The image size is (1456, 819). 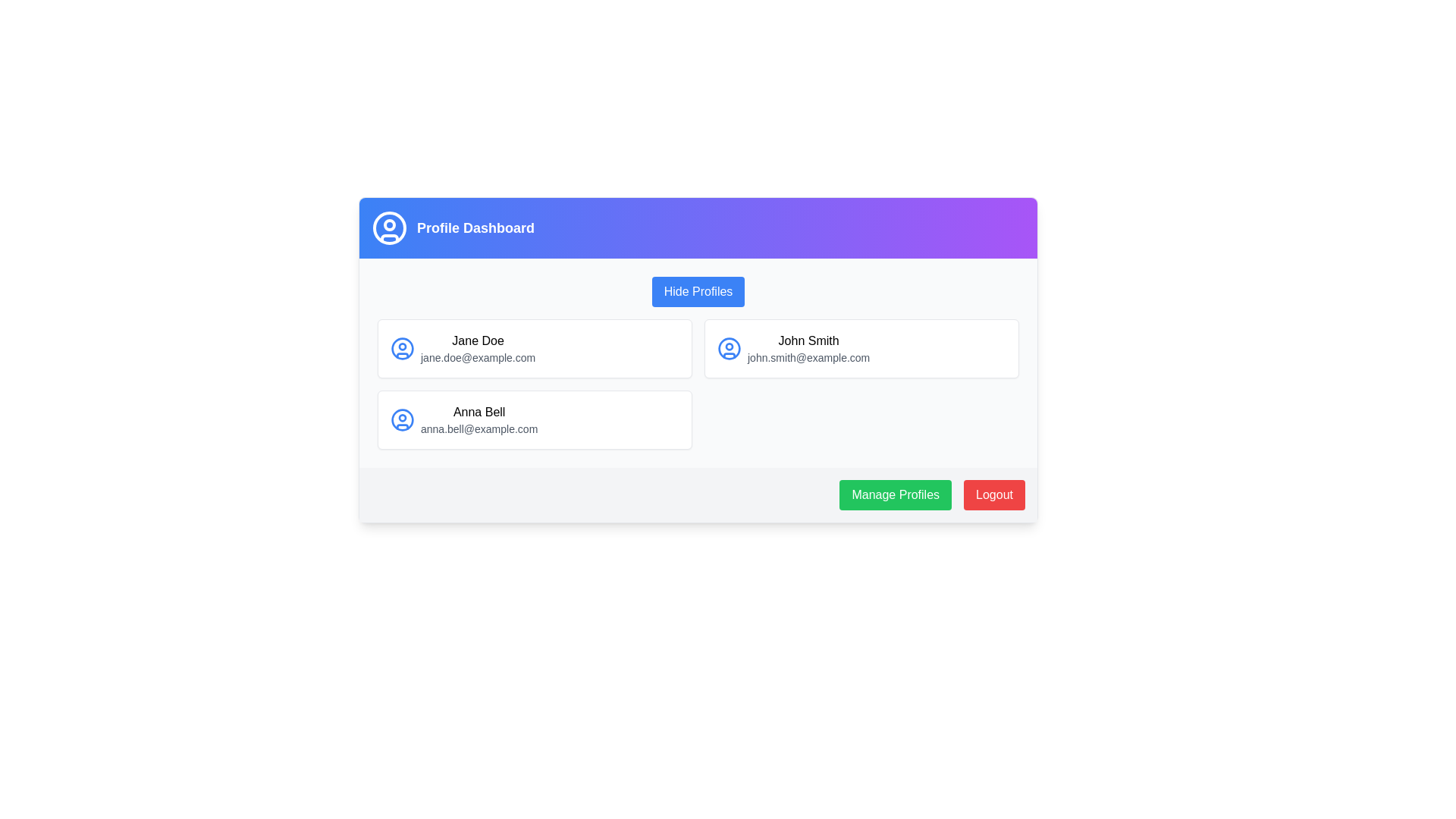 I want to click on the circular blue user profile icon located at the top-left corner of the white card section containing John Smith's profile, so click(x=729, y=348).